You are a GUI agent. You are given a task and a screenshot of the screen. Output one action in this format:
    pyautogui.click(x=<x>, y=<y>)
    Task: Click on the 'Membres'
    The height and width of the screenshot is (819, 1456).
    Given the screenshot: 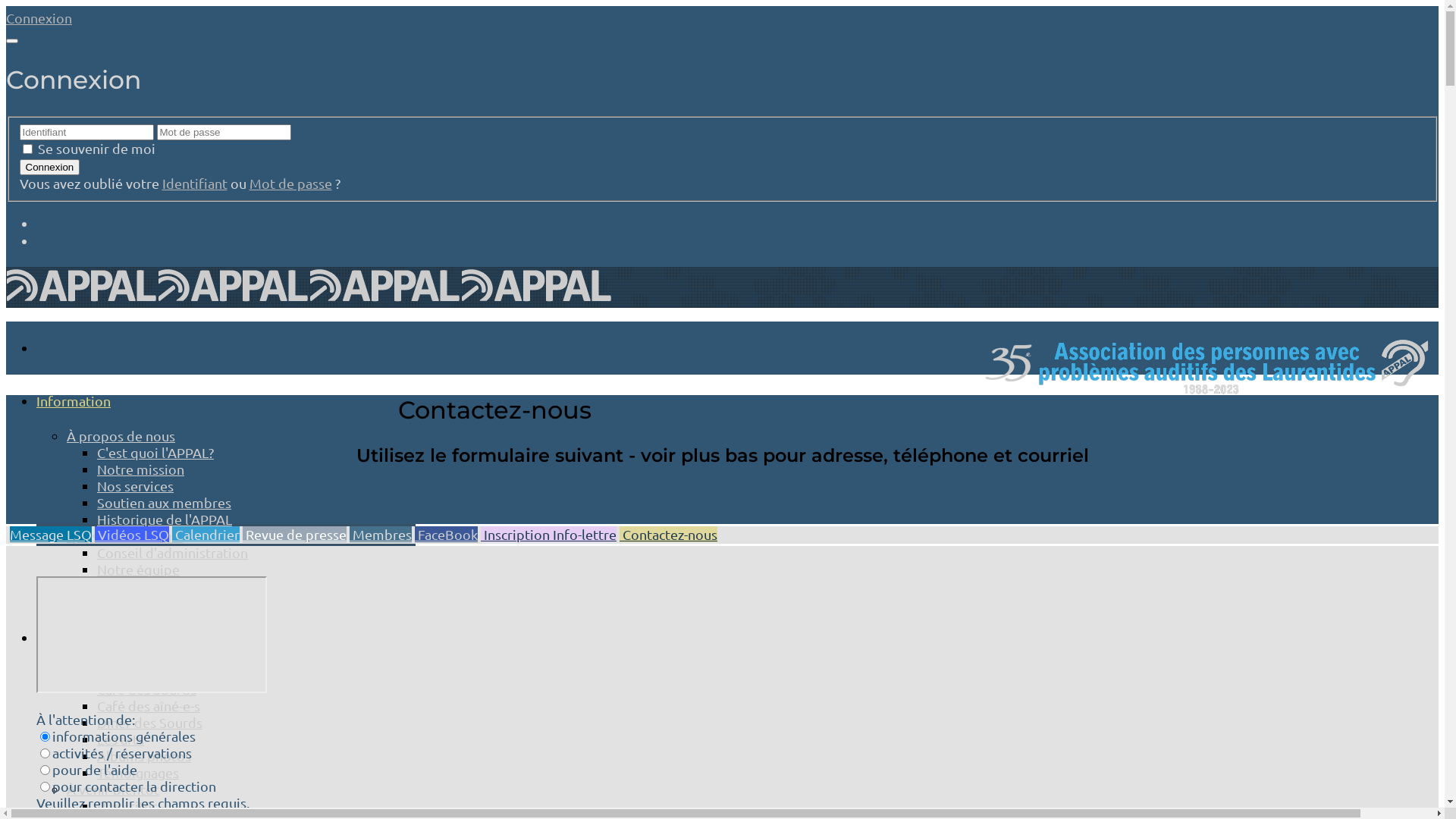 What is the action you would take?
    pyautogui.click(x=381, y=533)
    